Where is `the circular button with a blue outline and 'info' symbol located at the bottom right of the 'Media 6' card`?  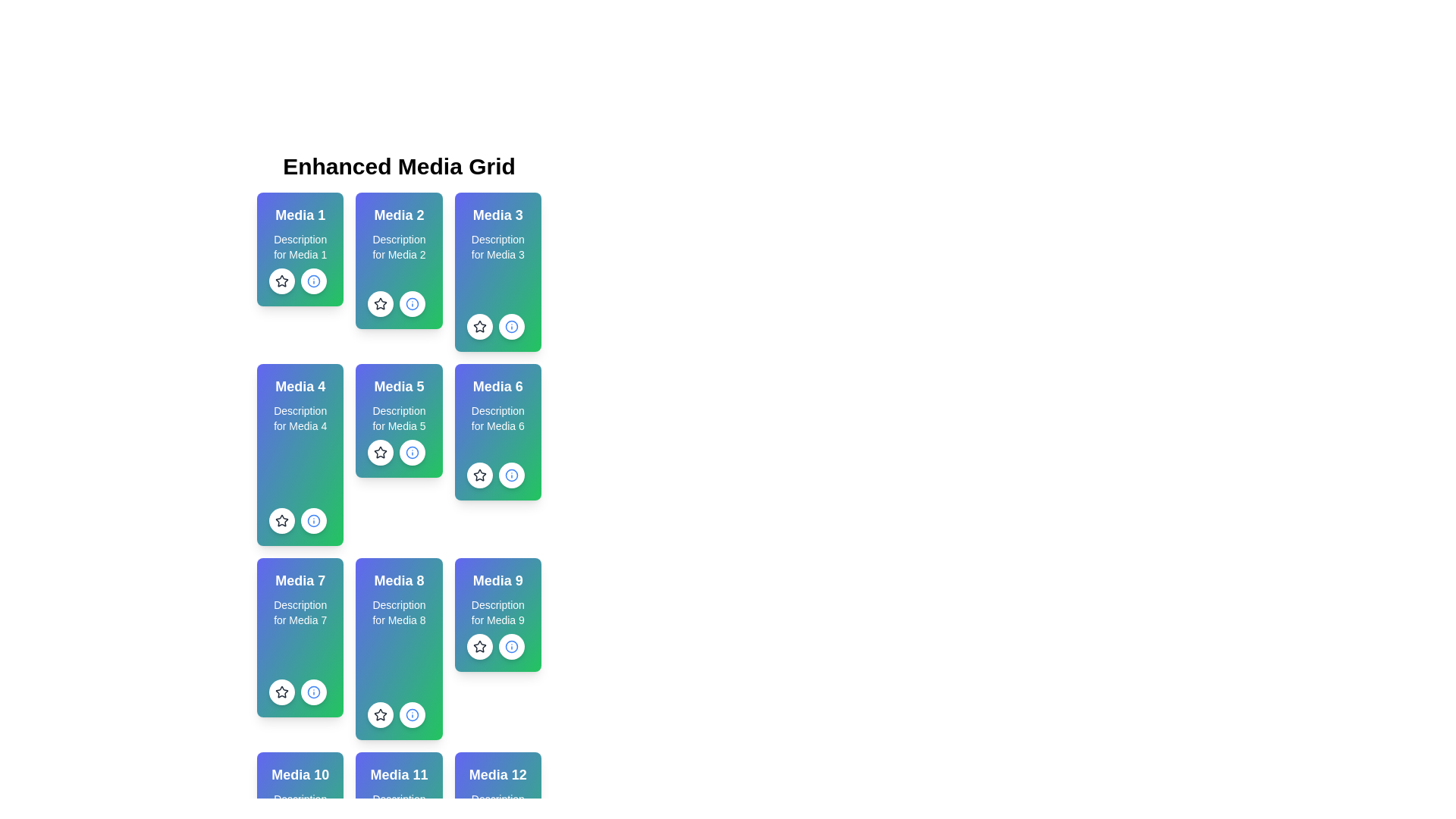
the circular button with a blue outline and 'info' symbol located at the bottom right of the 'Media 6' card is located at coordinates (511, 475).